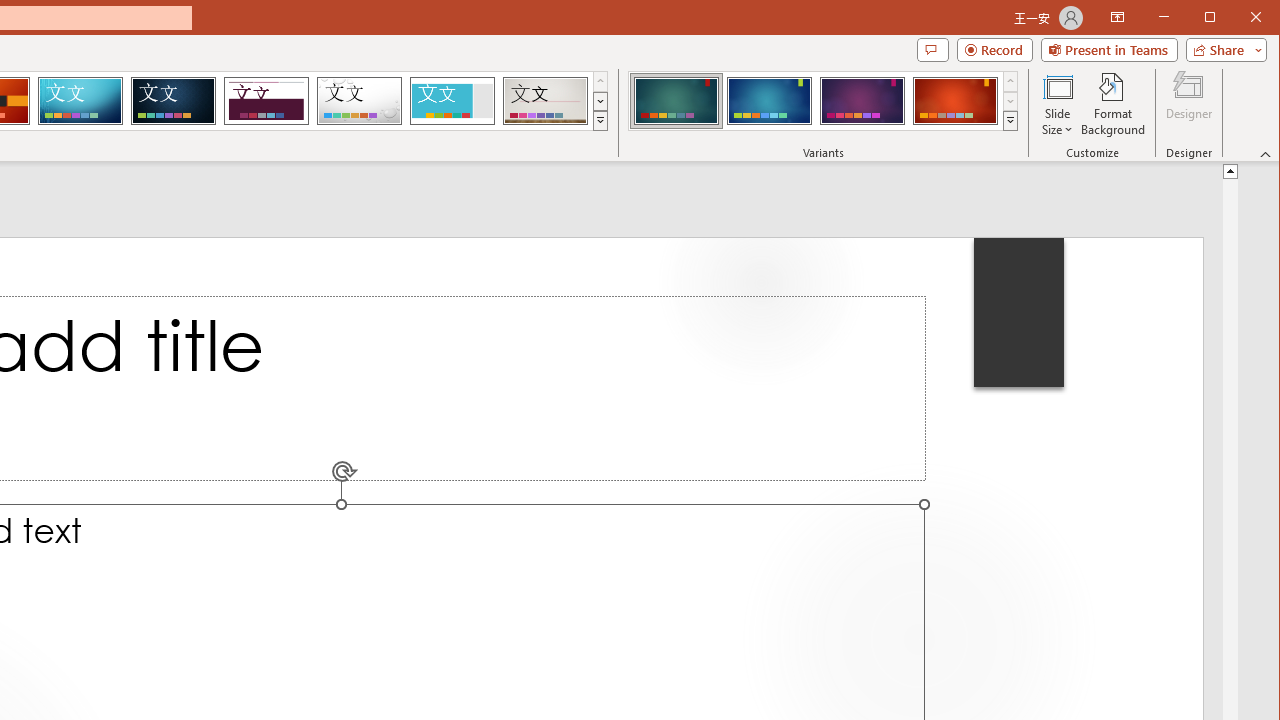 The height and width of the screenshot is (720, 1280). I want to click on 'Damask', so click(173, 100).